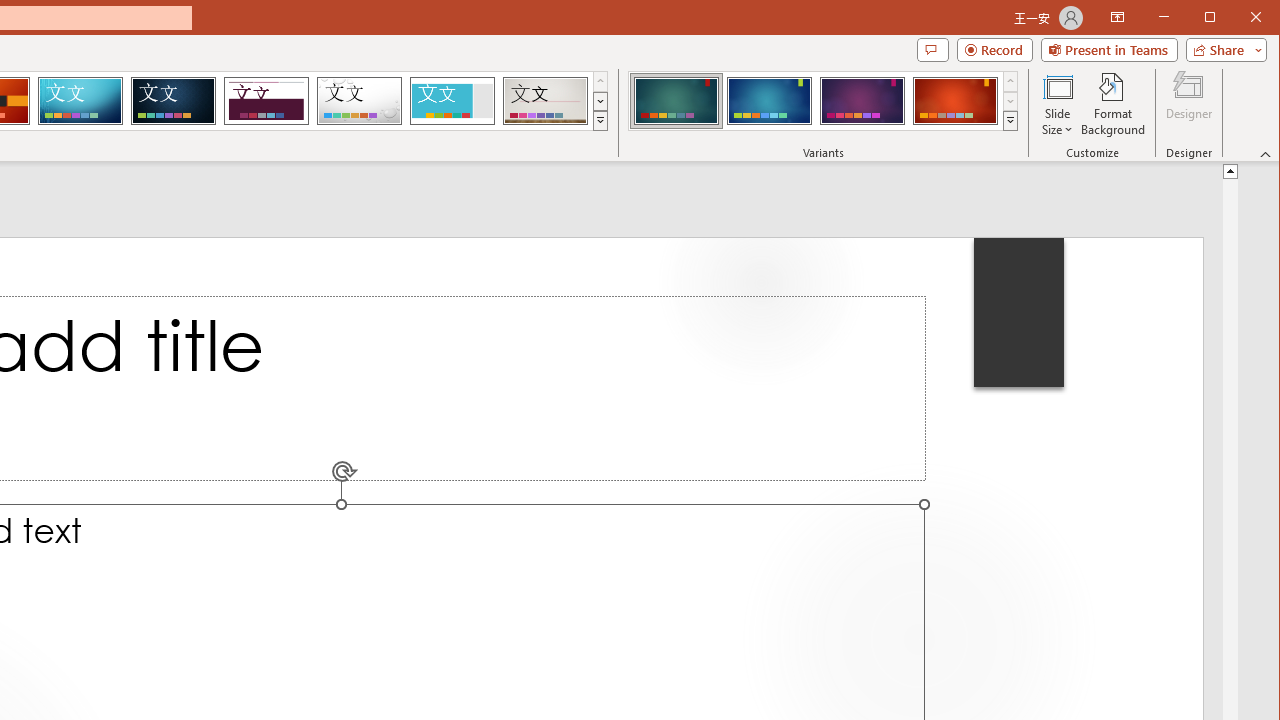 The height and width of the screenshot is (720, 1280). I want to click on 'Damask', so click(173, 100).